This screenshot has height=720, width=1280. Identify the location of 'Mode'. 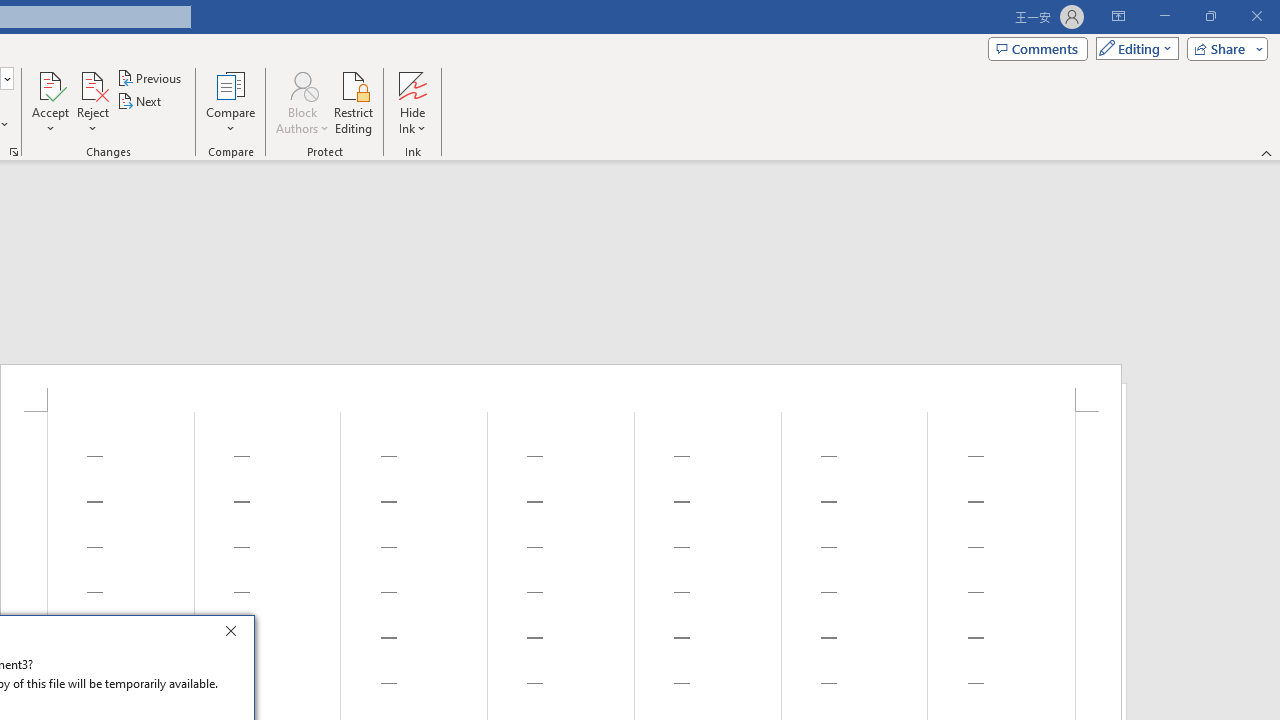
(1133, 47).